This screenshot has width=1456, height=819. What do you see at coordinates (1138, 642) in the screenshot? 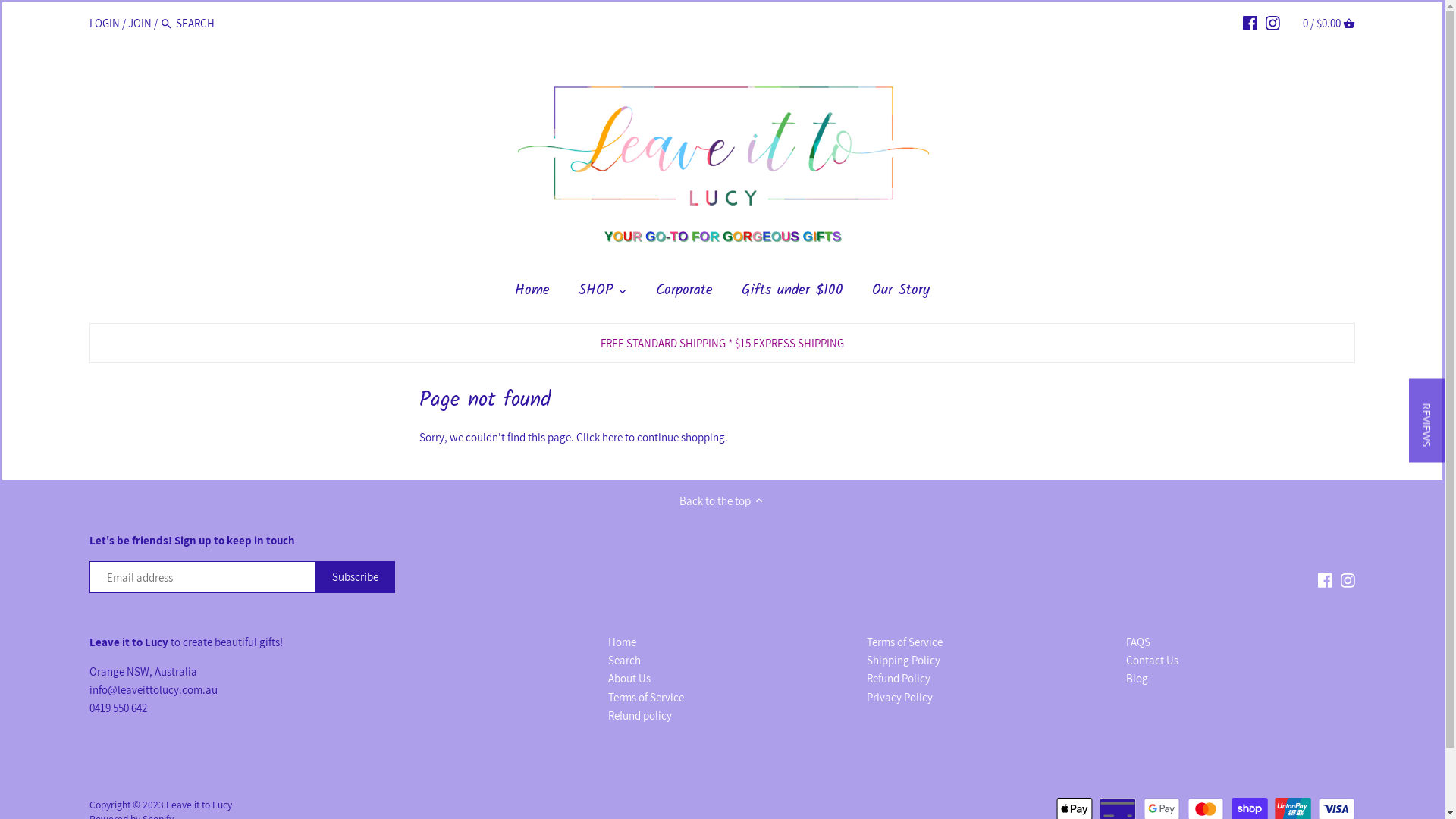
I see `'FAQS'` at bounding box center [1138, 642].